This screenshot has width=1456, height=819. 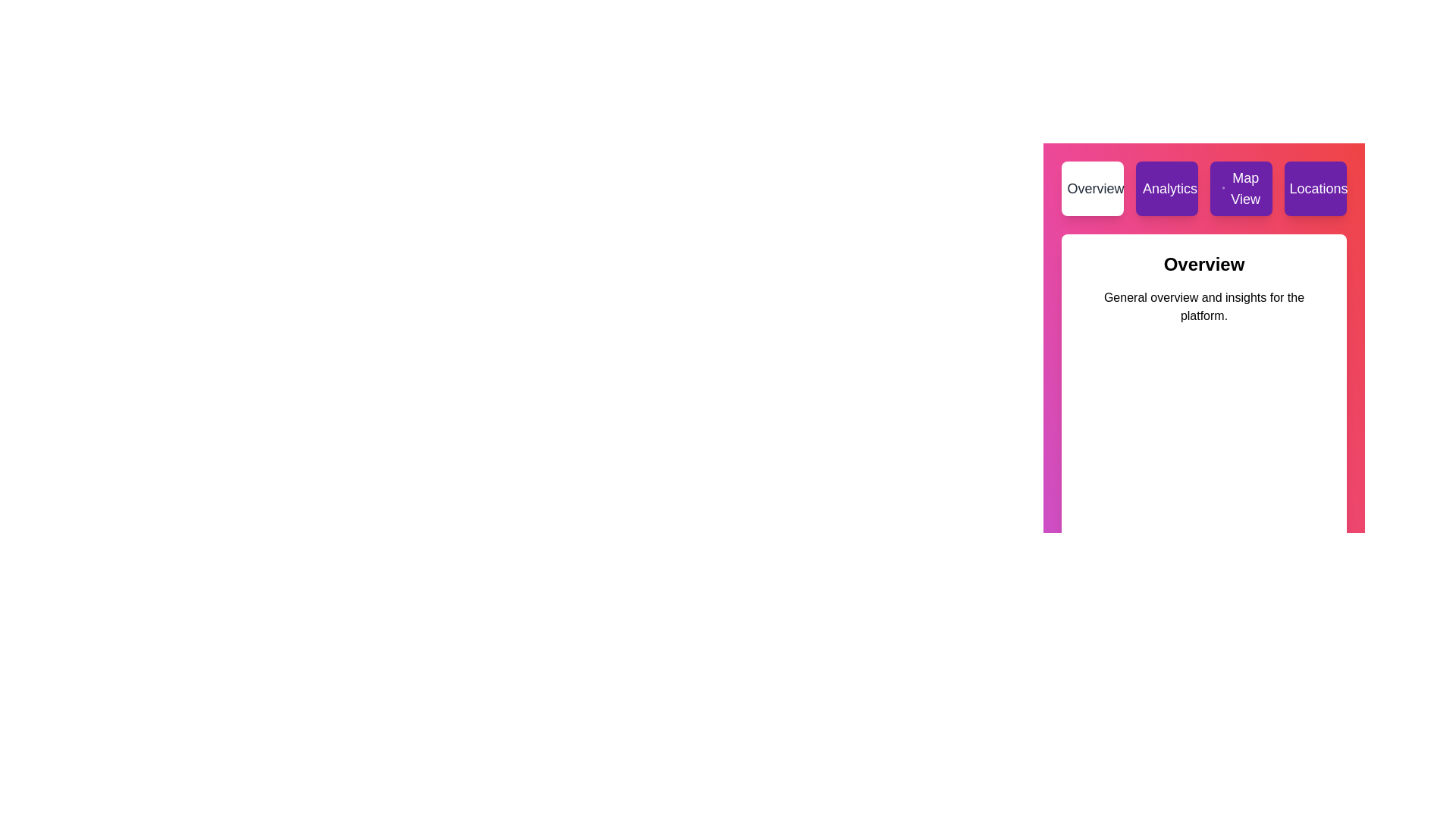 What do you see at coordinates (1317, 188) in the screenshot?
I see `the 'Locations' button, which is the fourth item in the navigation bar with a purple background and white text, to trigger its hover effect` at bounding box center [1317, 188].